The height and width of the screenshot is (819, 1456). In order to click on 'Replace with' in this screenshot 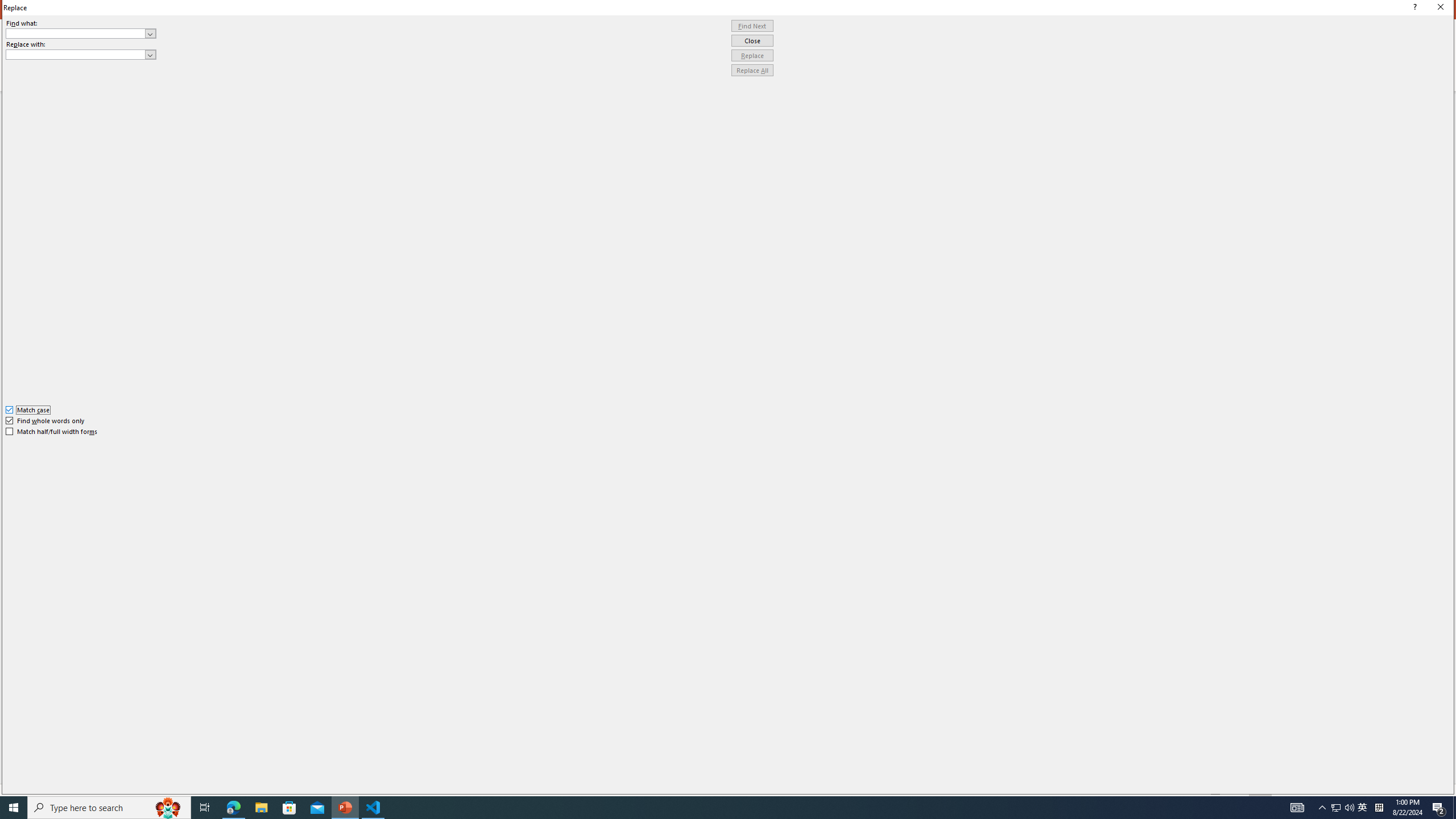, I will do `click(76, 54)`.